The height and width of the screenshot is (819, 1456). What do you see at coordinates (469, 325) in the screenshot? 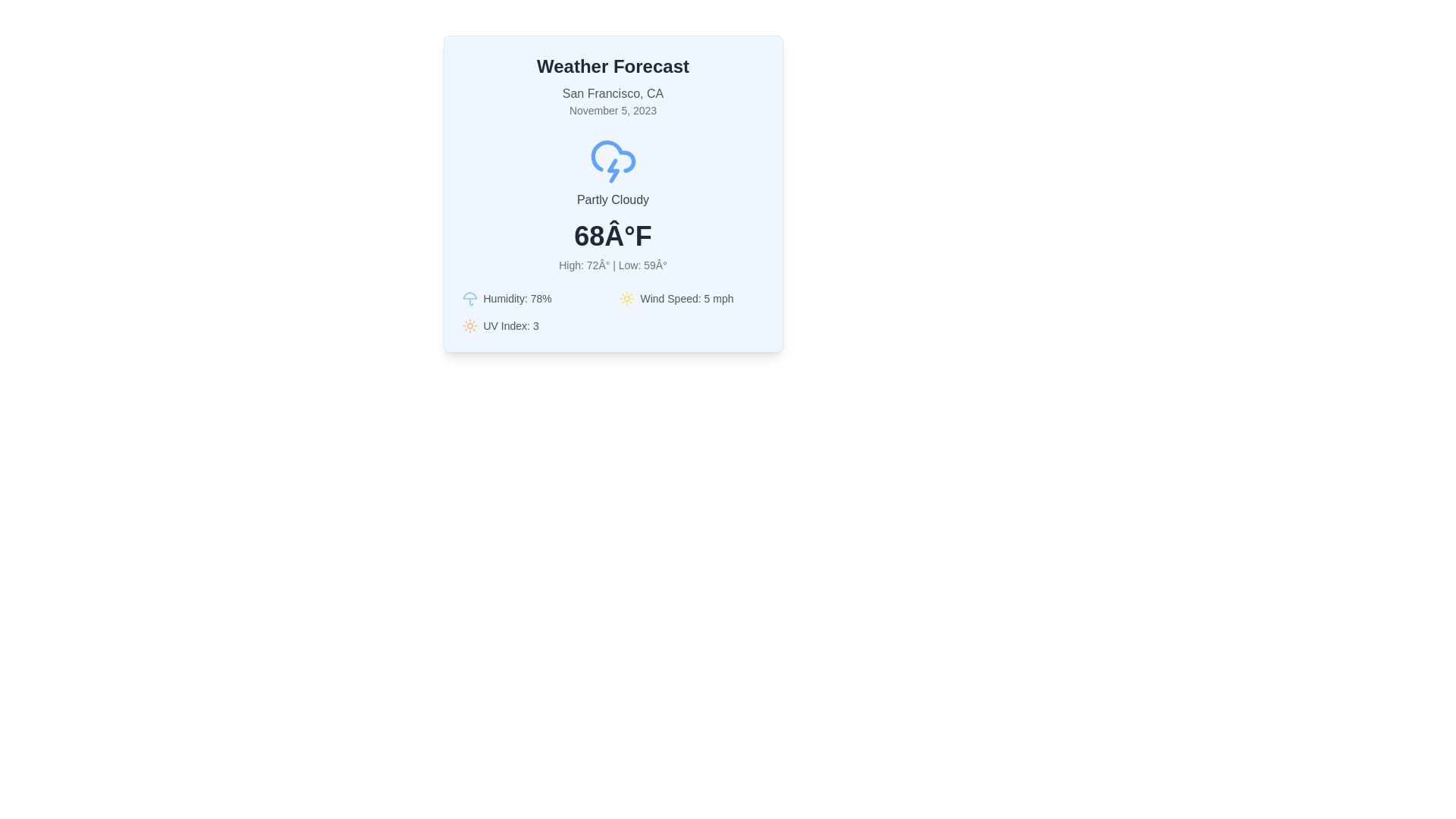
I see `the sun icon representing the UV index information, located in the bottom-left portion of the weather forecast card` at bounding box center [469, 325].